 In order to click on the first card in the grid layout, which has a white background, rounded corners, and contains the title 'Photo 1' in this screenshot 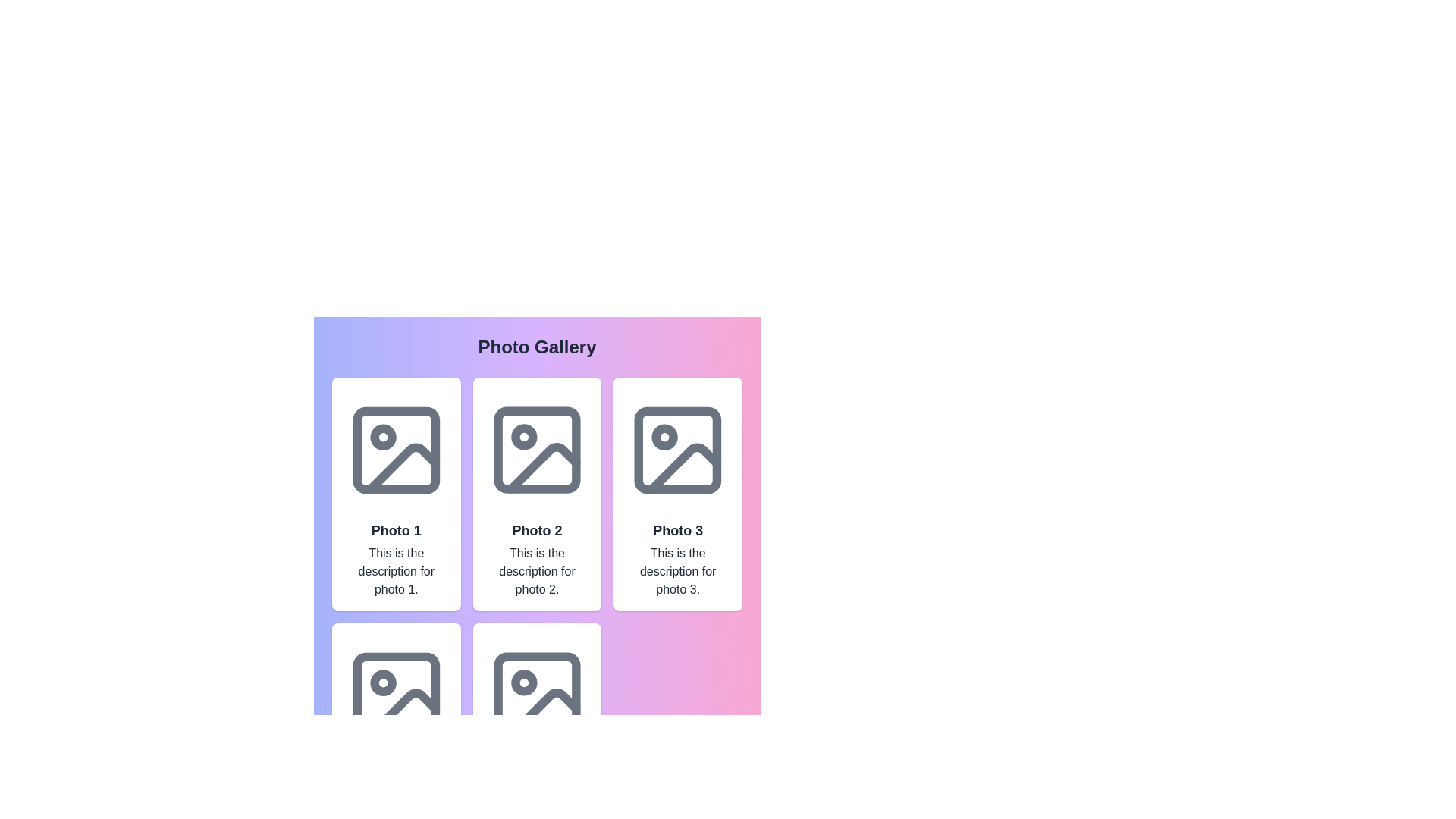, I will do `click(396, 494)`.